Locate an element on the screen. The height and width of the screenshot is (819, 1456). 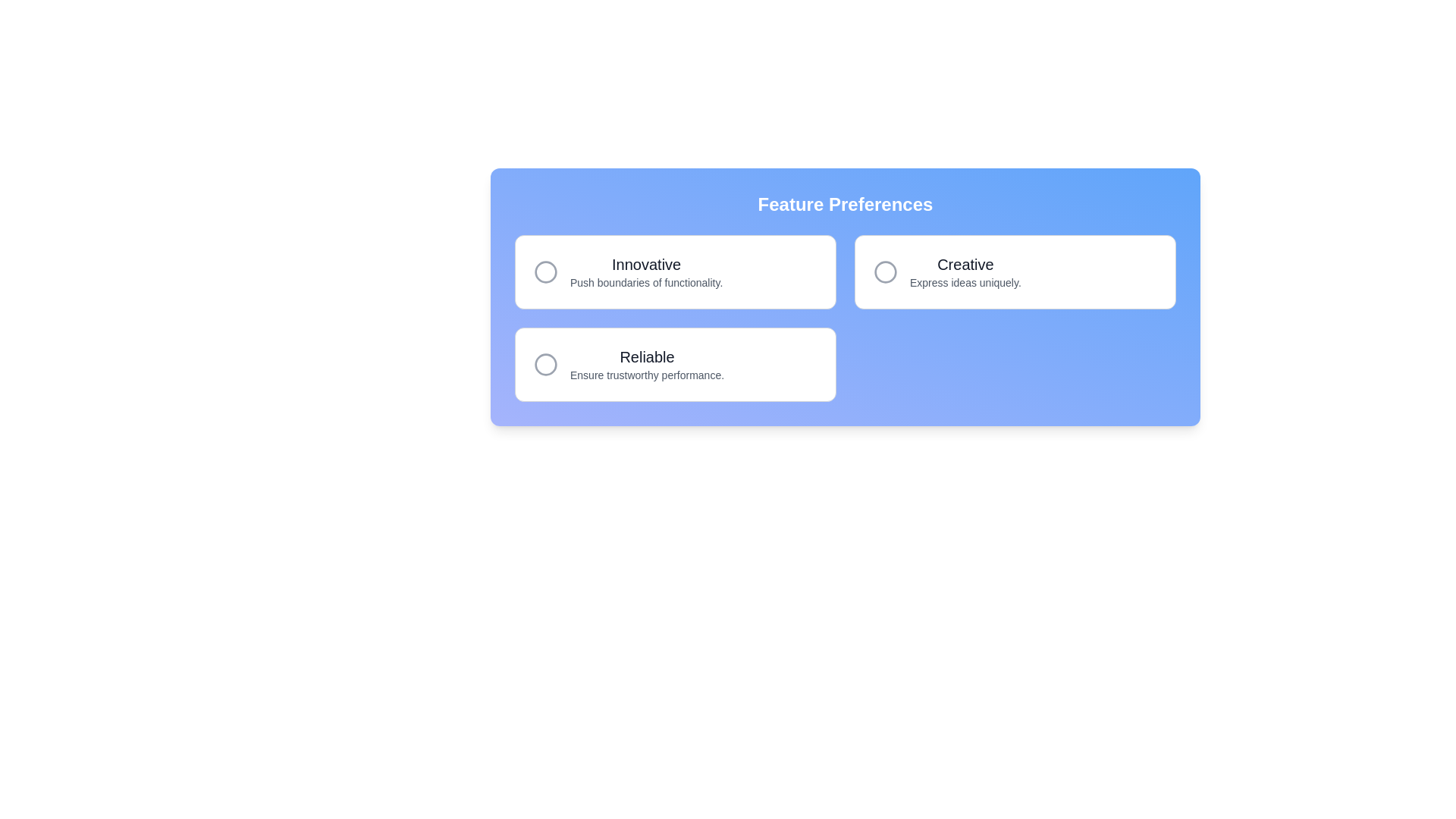
text label displaying the word 'Innovative' in bold, black text, which is positioned above a smaller descriptive text block in the top-left quadrant of the blue card labeled 'Feature Preferences' is located at coordinates (646, 263).